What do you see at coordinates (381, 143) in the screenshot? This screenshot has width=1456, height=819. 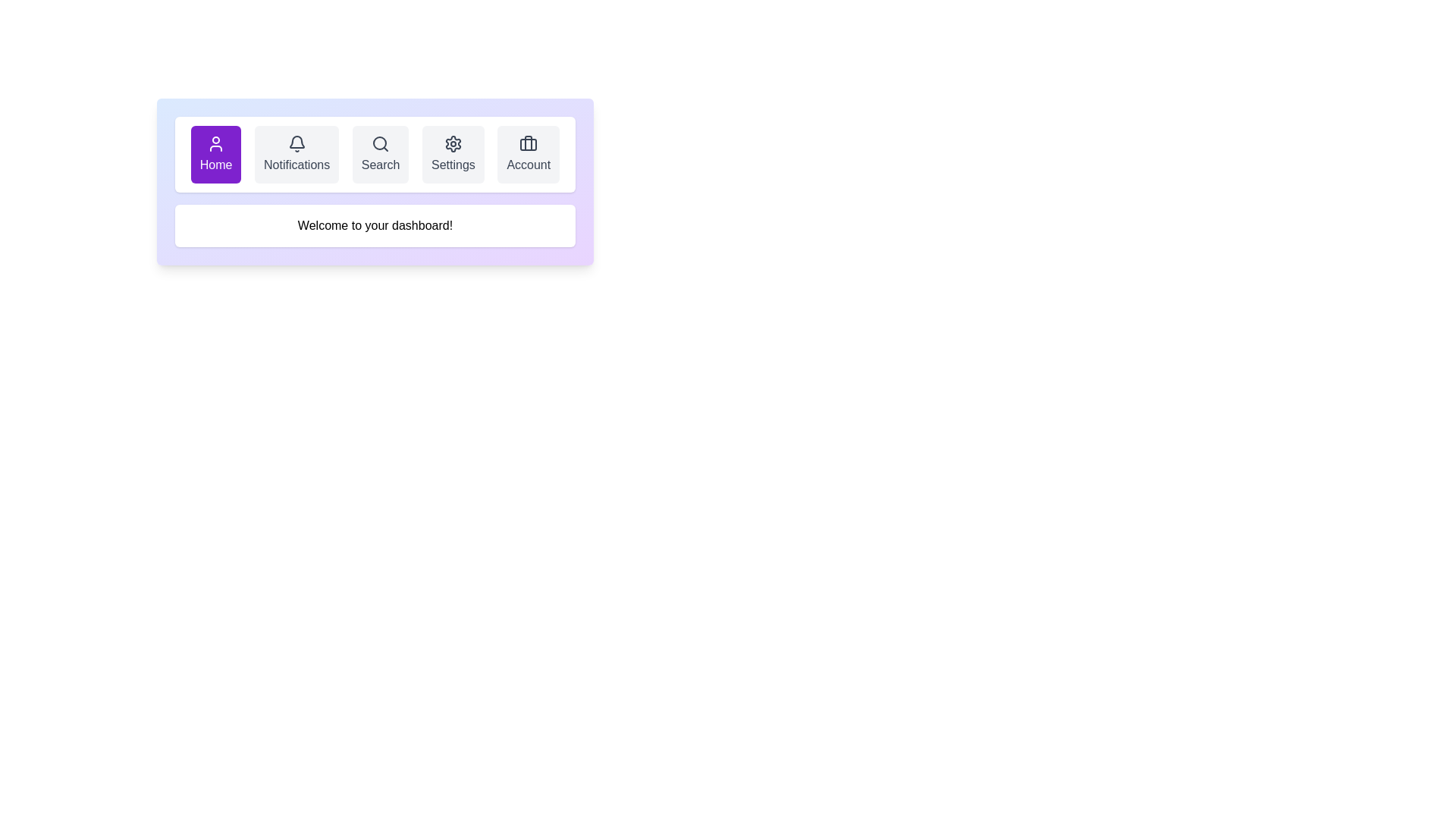 I see `the search icon located within the 'Search' button, which is the third button from the left in the horizontal navigation bar` at bounding box center [381, 143].